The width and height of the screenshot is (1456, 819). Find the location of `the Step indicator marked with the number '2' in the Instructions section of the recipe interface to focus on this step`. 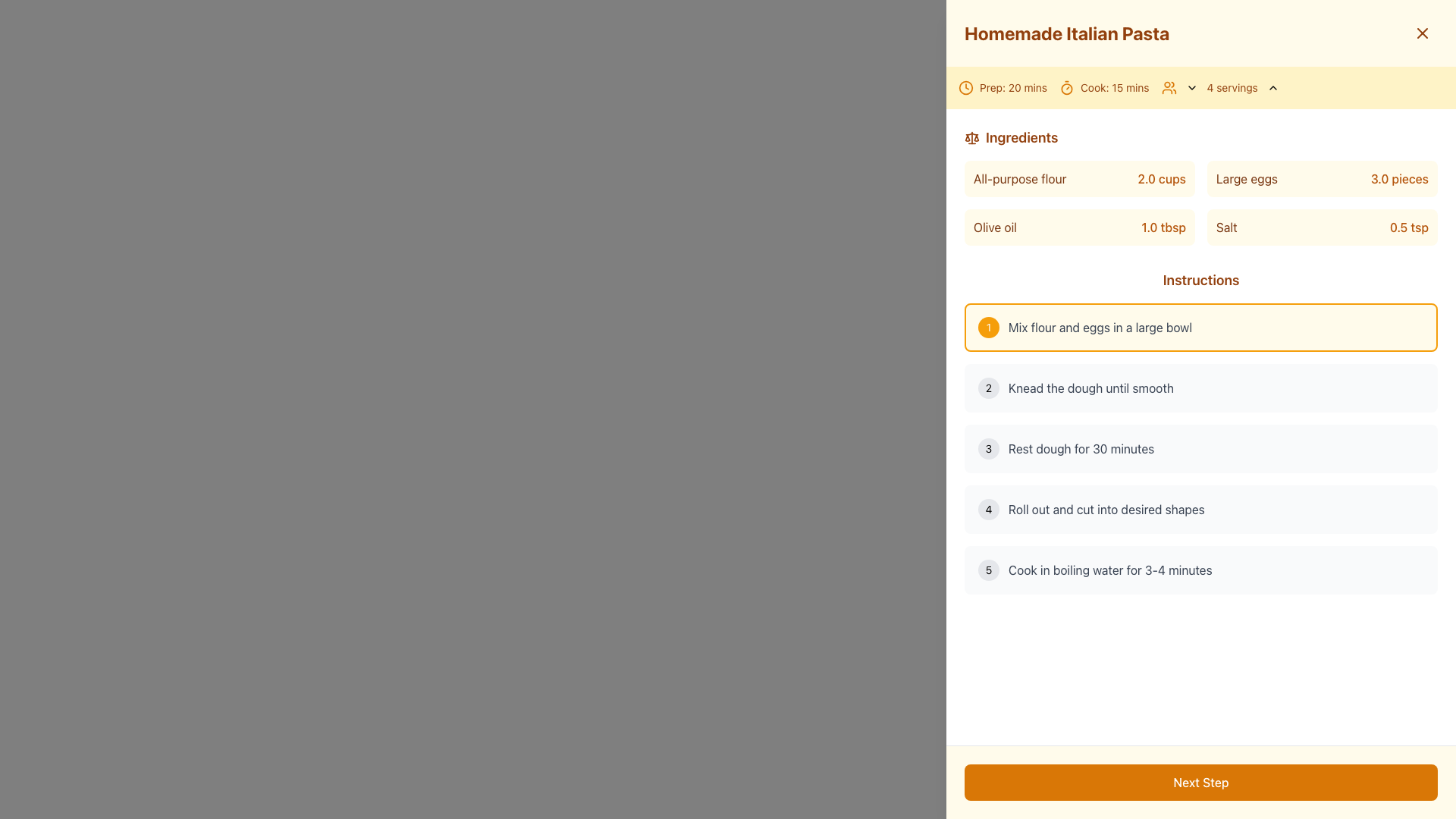

the Step indicator marked with the number '2' in the Instructions section of the recipe interface to focus on this step is located at coordinates (989, 388).